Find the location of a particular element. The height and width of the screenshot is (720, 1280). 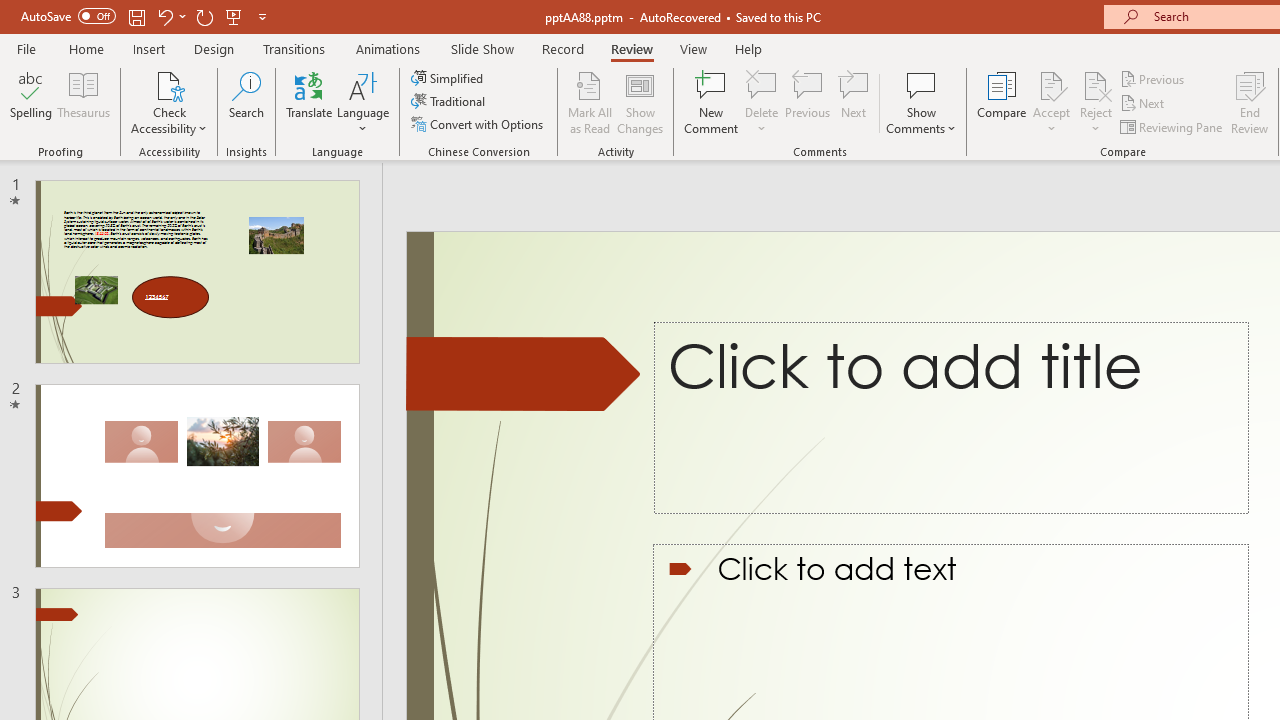

'Translate' is located at coordinates (308, 103).